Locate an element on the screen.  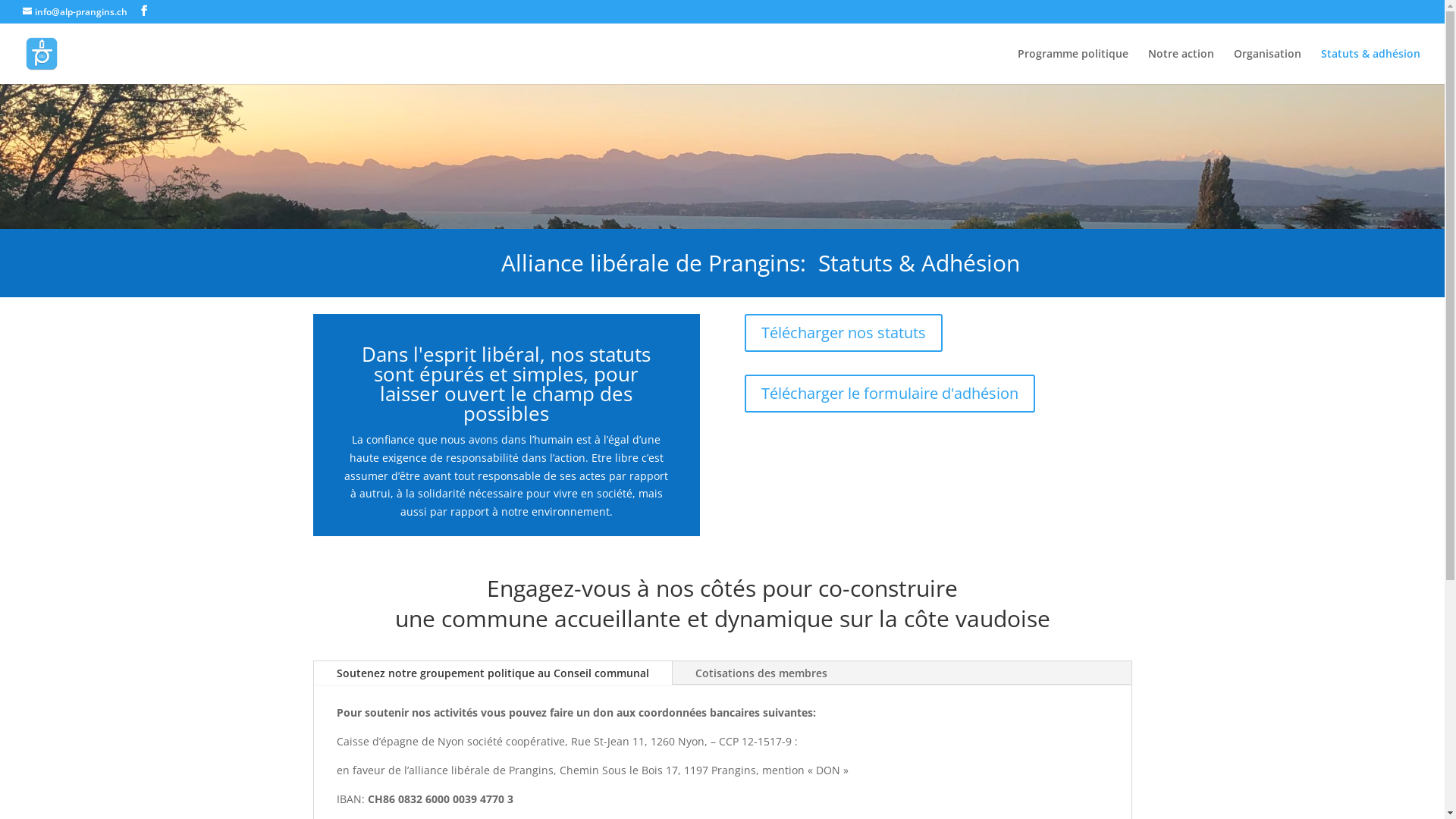
'Programme politique' is located at coordinates (1072, 65).